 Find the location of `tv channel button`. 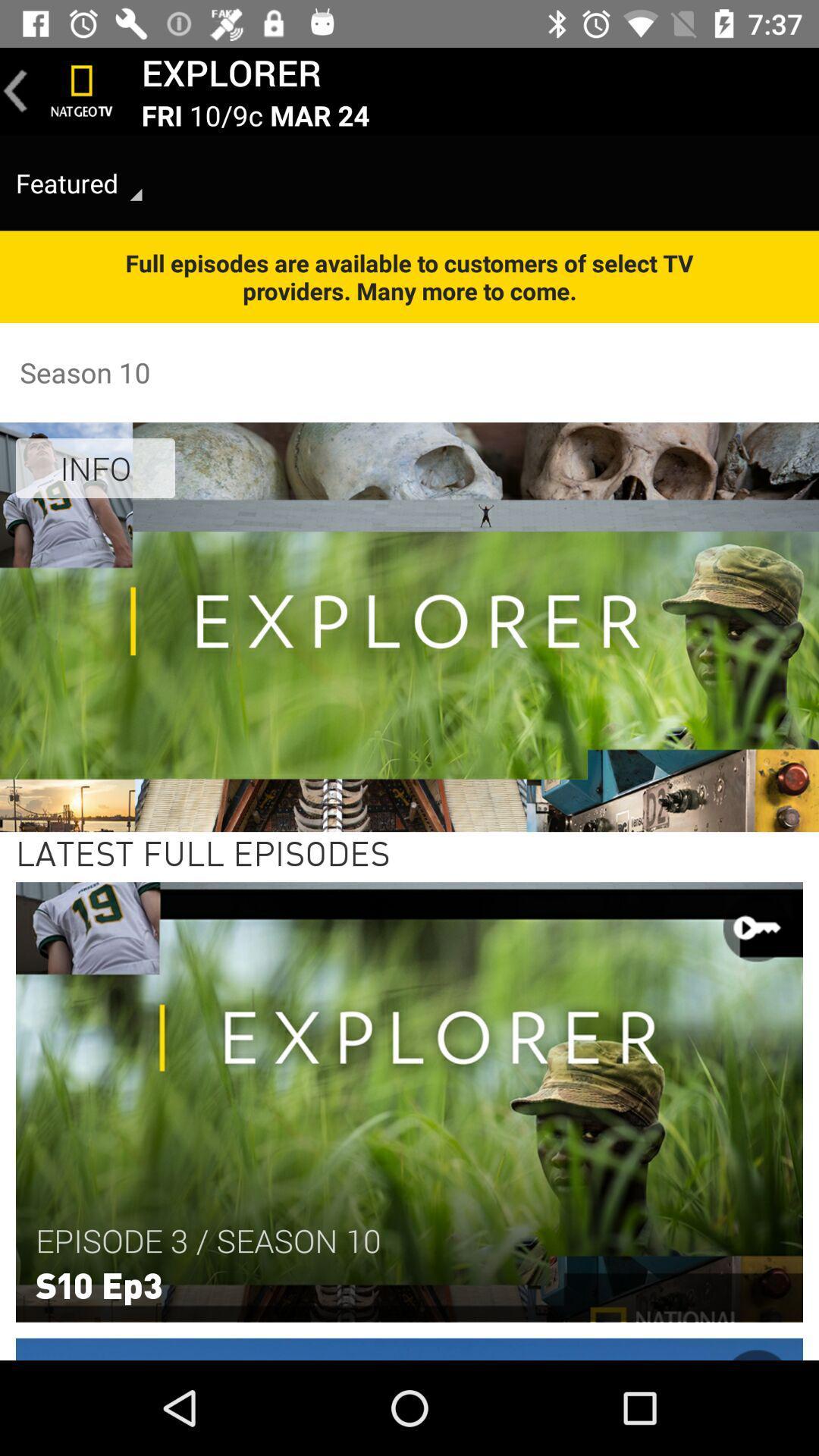

tv channel button is located at coordinates (82, 90).